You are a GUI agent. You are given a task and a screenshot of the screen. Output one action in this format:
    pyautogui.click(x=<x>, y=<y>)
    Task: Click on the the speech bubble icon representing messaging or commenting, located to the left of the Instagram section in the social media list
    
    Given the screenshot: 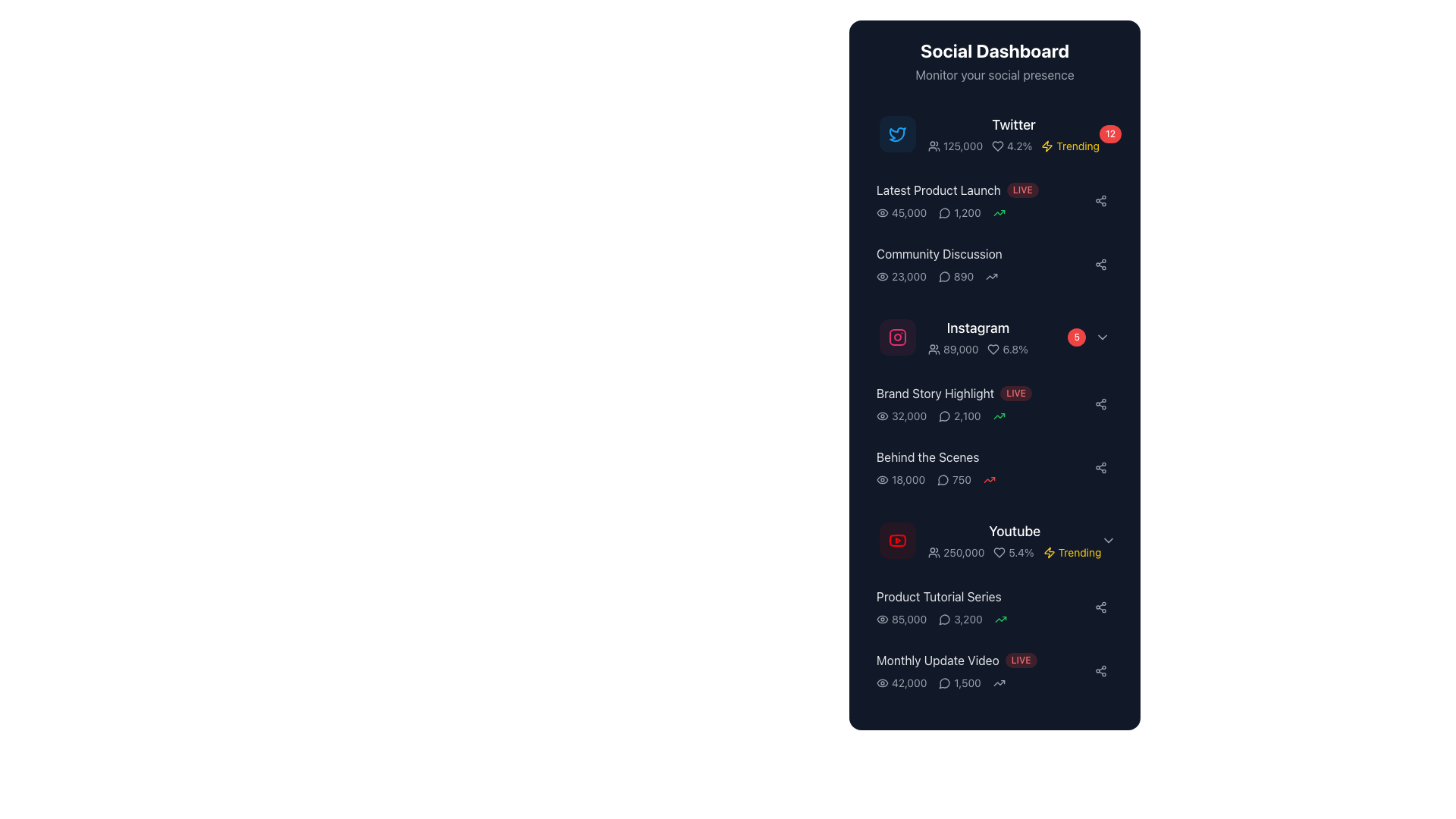 What is the action you would take?
    pyautogui.click(x=943, y=416)
    